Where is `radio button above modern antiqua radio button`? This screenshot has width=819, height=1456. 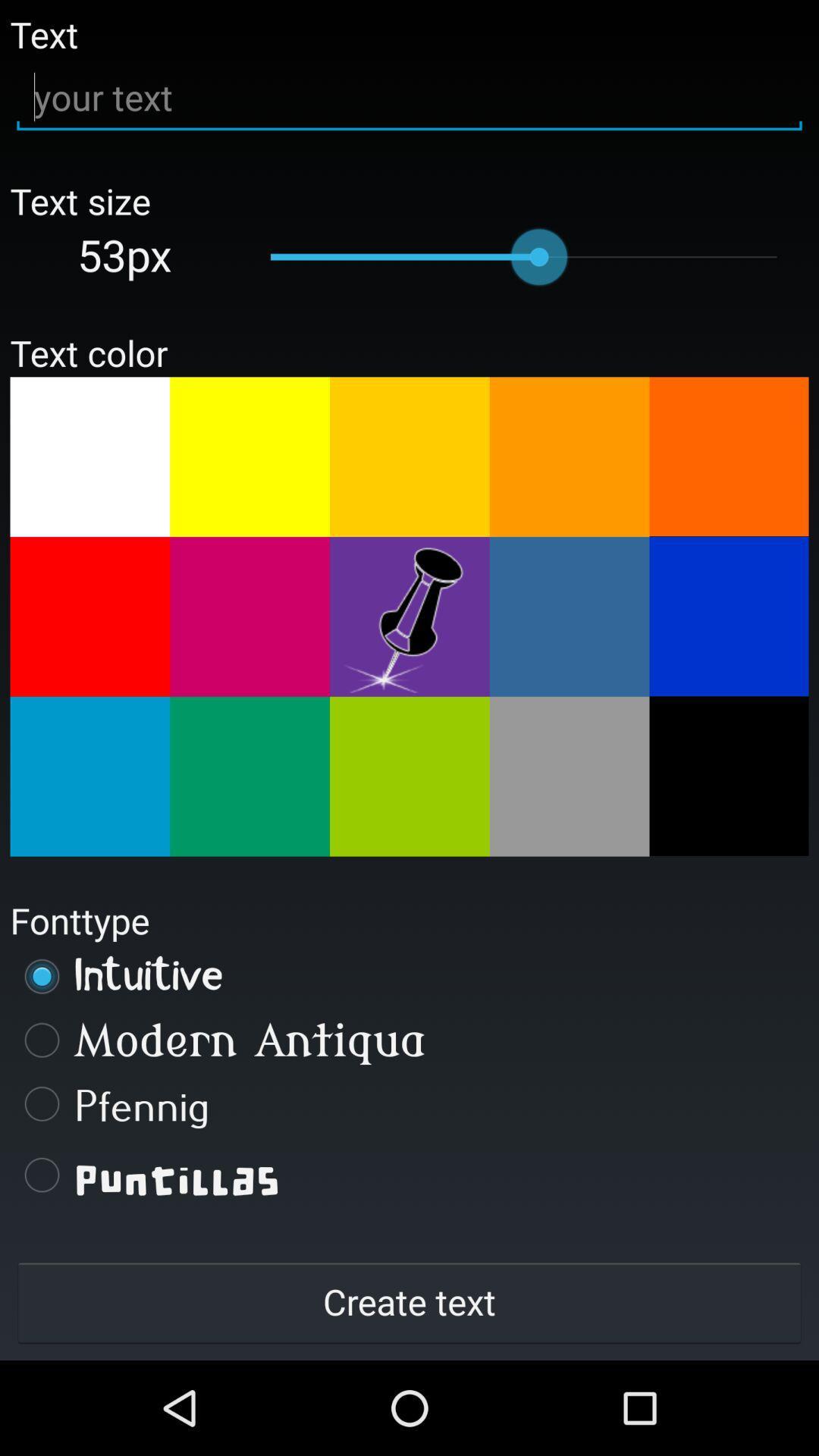
radio button above modern antiqua radio button is located at coordinates (409, 976).